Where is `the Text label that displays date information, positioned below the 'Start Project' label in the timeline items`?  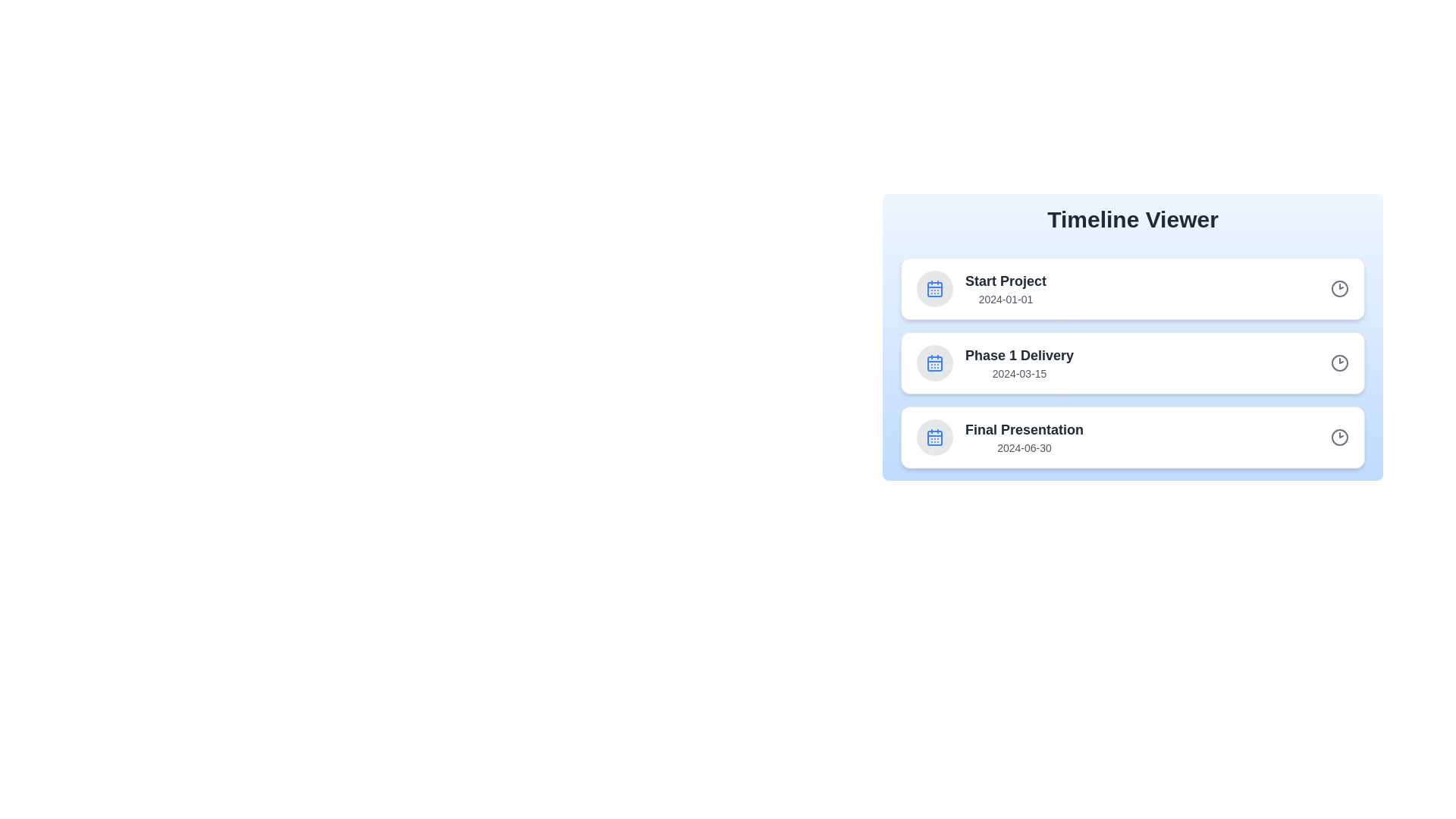 the Text label that displays date information, positioned below the 'Start Project' label in the timeline items is located at coordinates (1006, 299).